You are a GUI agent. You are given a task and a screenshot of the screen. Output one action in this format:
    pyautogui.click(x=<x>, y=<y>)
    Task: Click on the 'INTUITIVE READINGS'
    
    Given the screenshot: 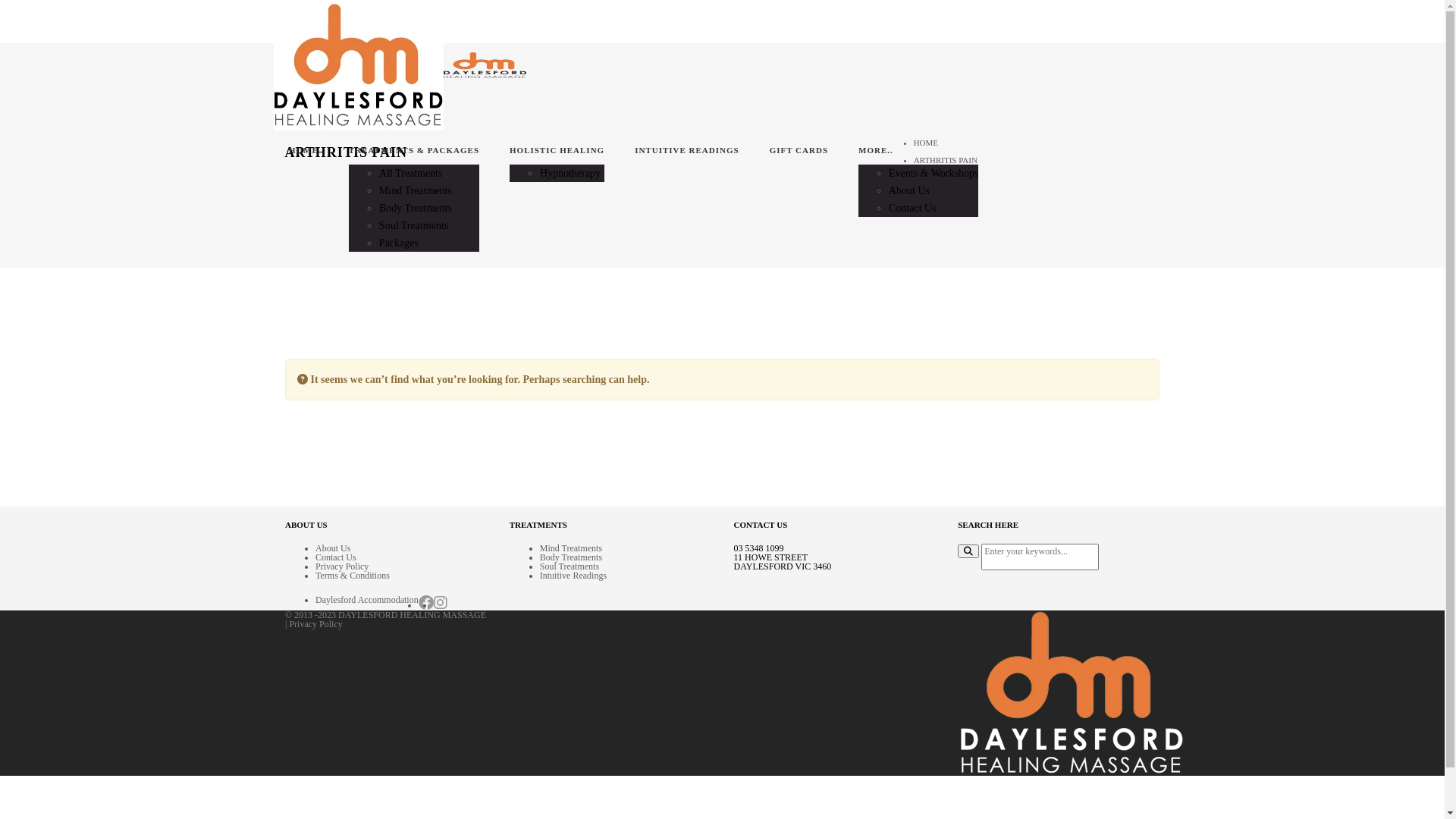 What is the action you would take?
    pyautogui.click(x=686, y=151)
    